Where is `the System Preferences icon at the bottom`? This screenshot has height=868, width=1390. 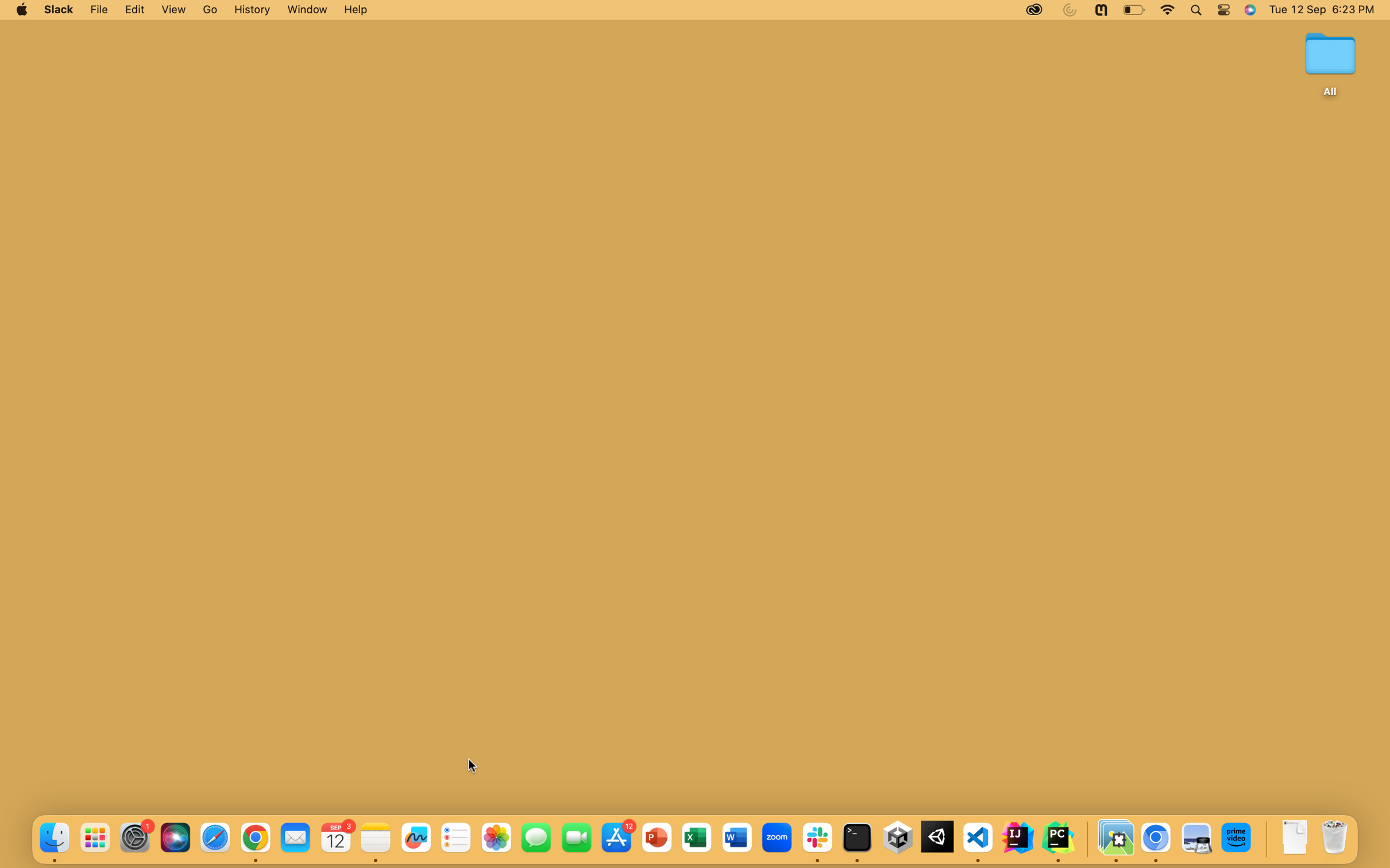
the System Preferences icon at the bottom is located at coordinates (134, 838).